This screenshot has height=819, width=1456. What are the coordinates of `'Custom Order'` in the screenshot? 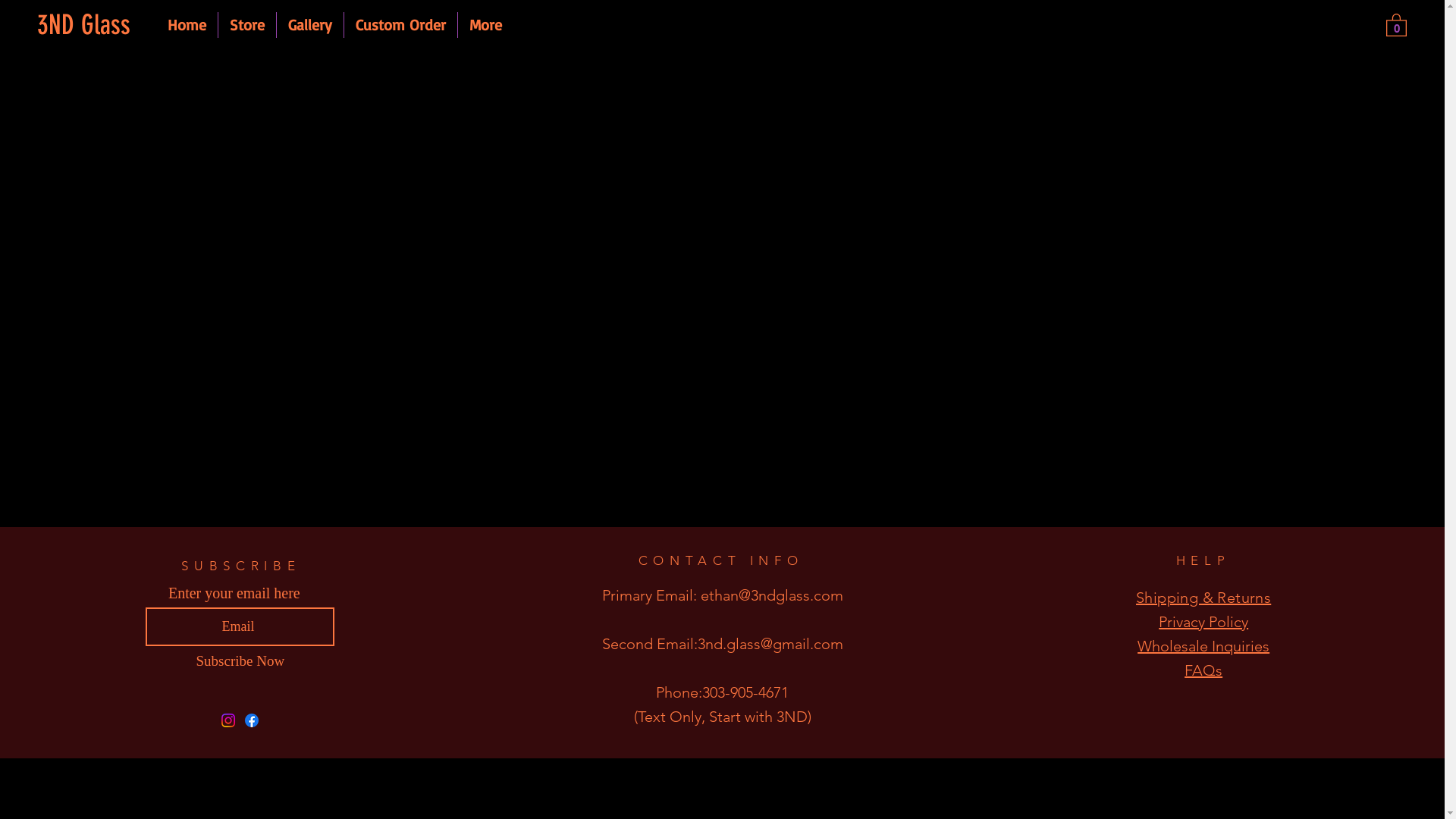 It's located at (400, 25).